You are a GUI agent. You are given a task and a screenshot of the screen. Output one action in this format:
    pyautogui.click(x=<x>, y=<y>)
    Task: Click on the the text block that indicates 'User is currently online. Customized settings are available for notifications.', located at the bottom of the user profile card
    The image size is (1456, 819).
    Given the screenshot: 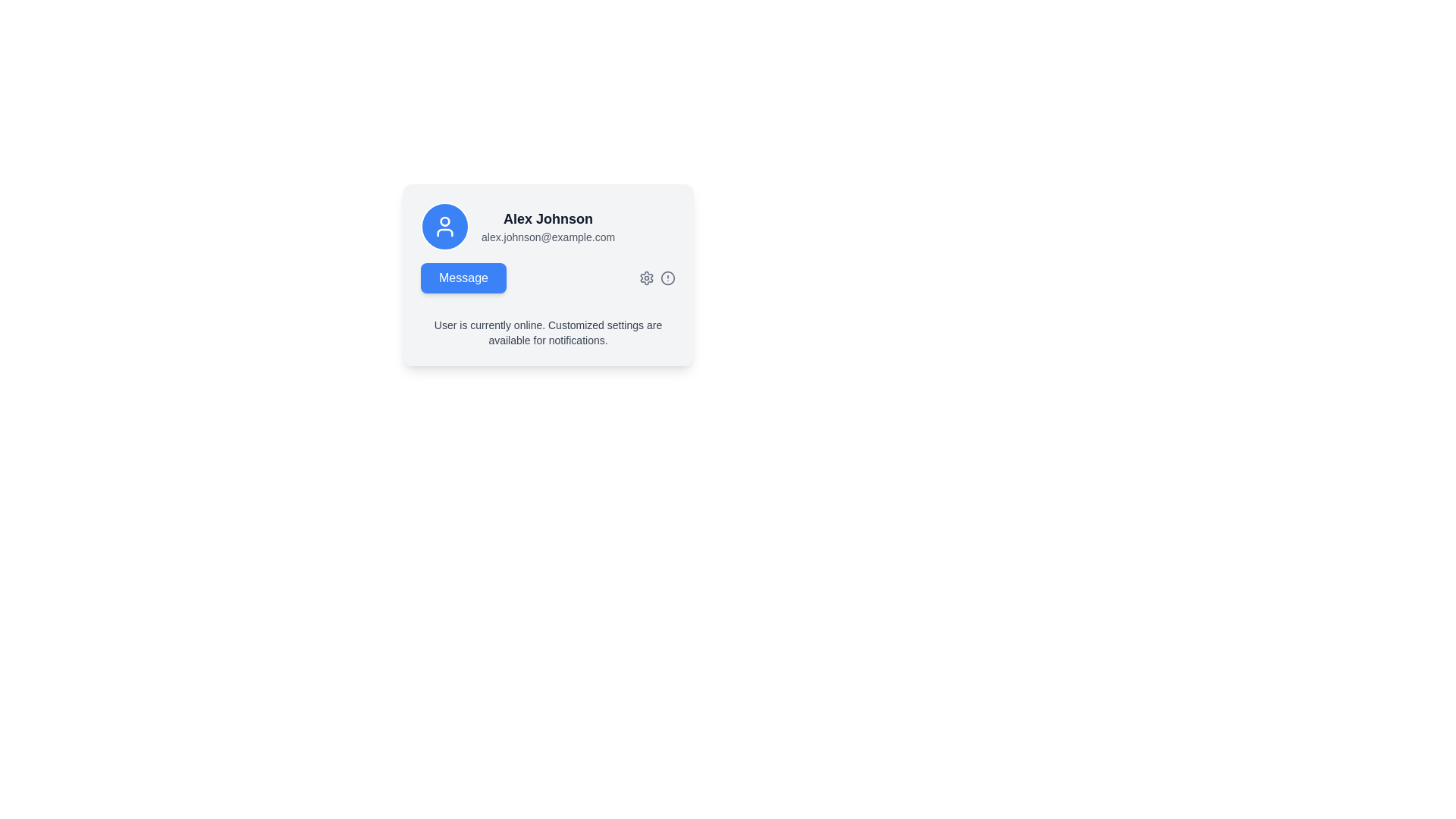 What is the action you would take?
    pyautogui.click(x=548, y=332)
    